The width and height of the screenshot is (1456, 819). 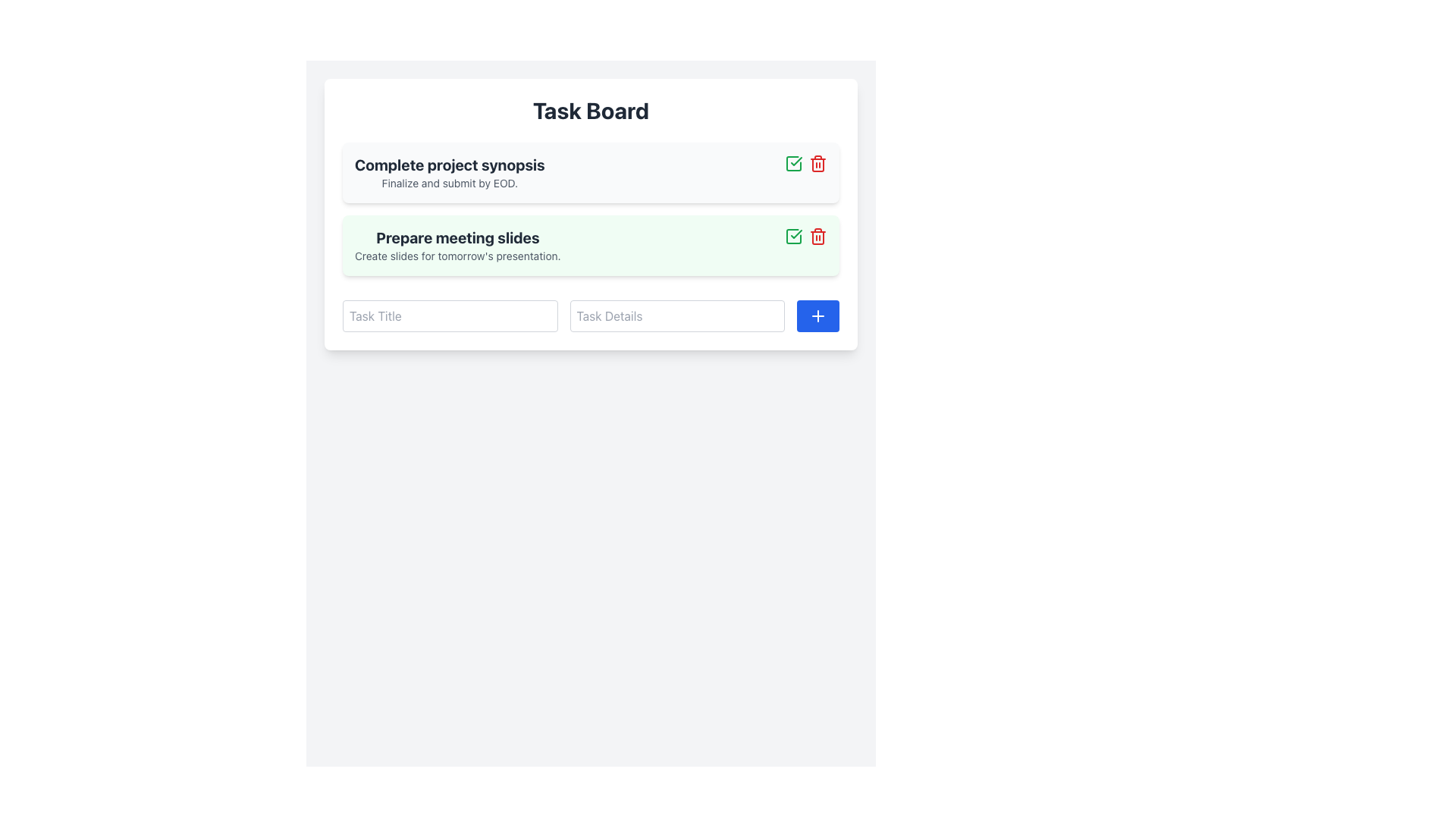 I want to click on task subtitle displayed on the text label within the green-shaded rectangular card located in the center-right area of the task board interface, specifically the second task card below the title 'Task Board', so click(x=457, y=245).